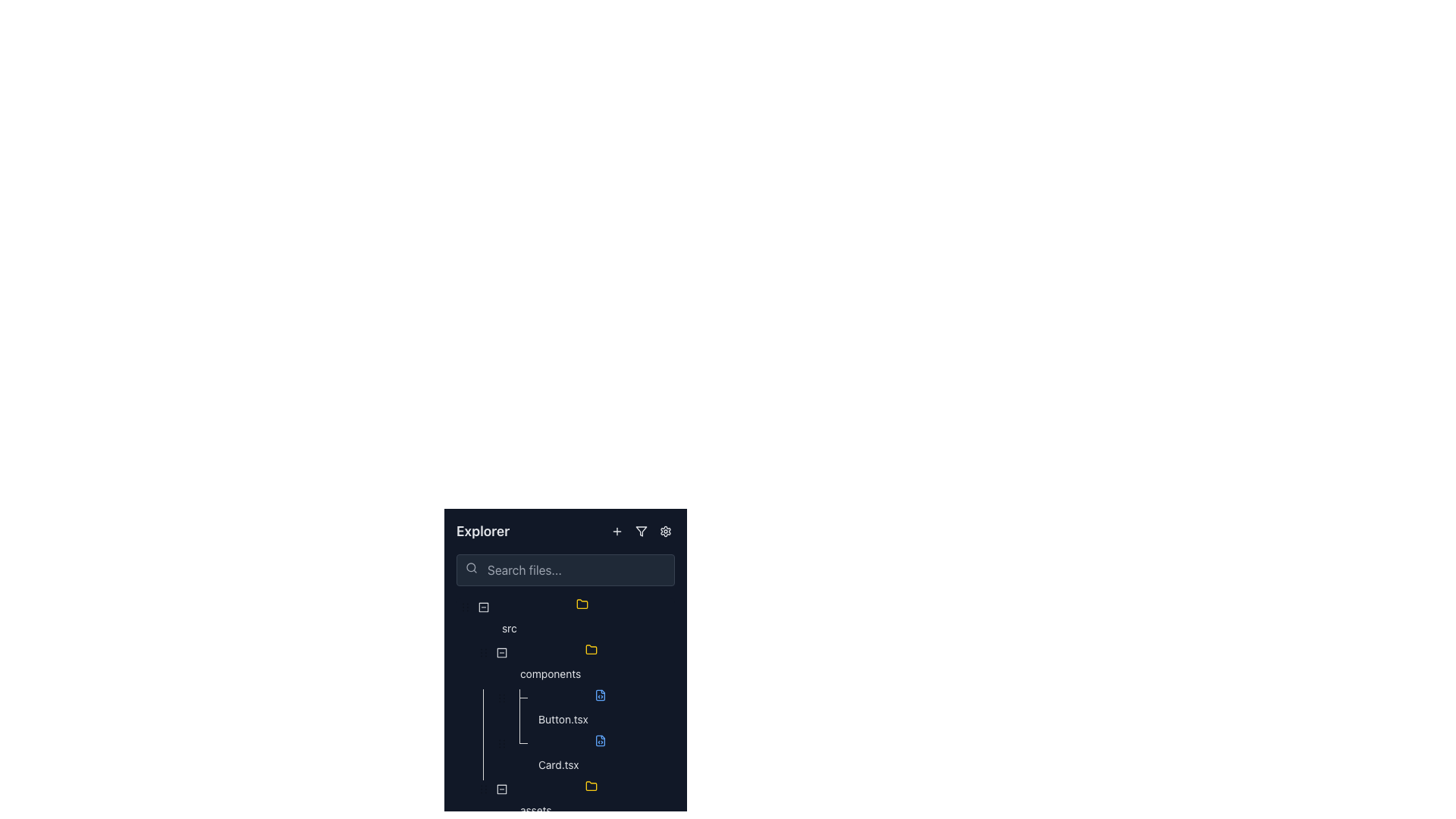 The image size is (1456, 819). Describe the element at coordinates (603, 742) in the screenshot. I see `the blue icon representing a file with brackets that is located to the left of the text label 'Card.tsx'` at that location.